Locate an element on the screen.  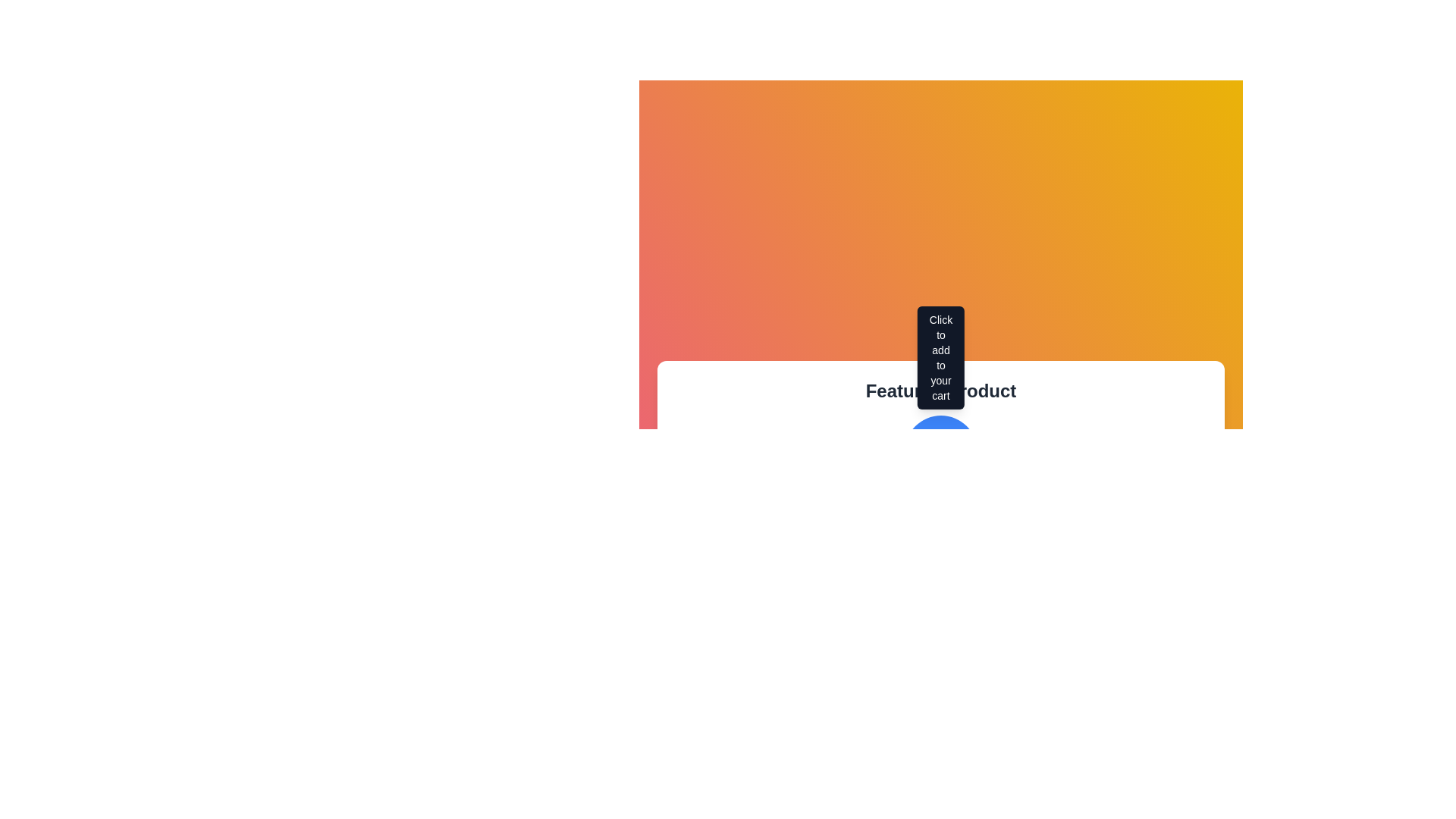
the 'Add to Cart' button located at the bottom of the featured product section is located at coordinates (940, 451).